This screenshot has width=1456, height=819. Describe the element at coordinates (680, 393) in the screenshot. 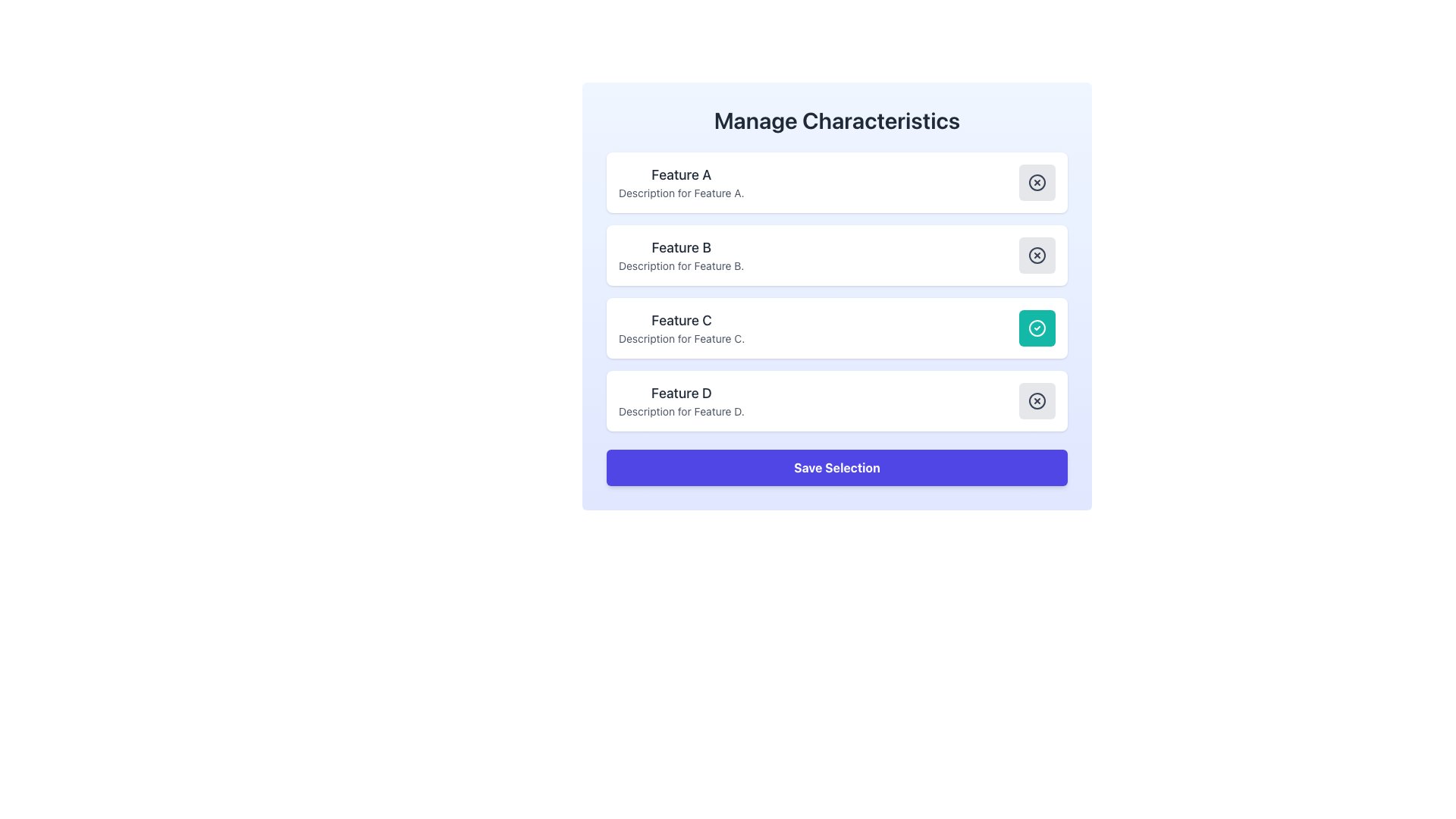

I see `the text element displaying 'Feature D', which is bold and dark gray, located at the top of the fourth feature block` at that location.